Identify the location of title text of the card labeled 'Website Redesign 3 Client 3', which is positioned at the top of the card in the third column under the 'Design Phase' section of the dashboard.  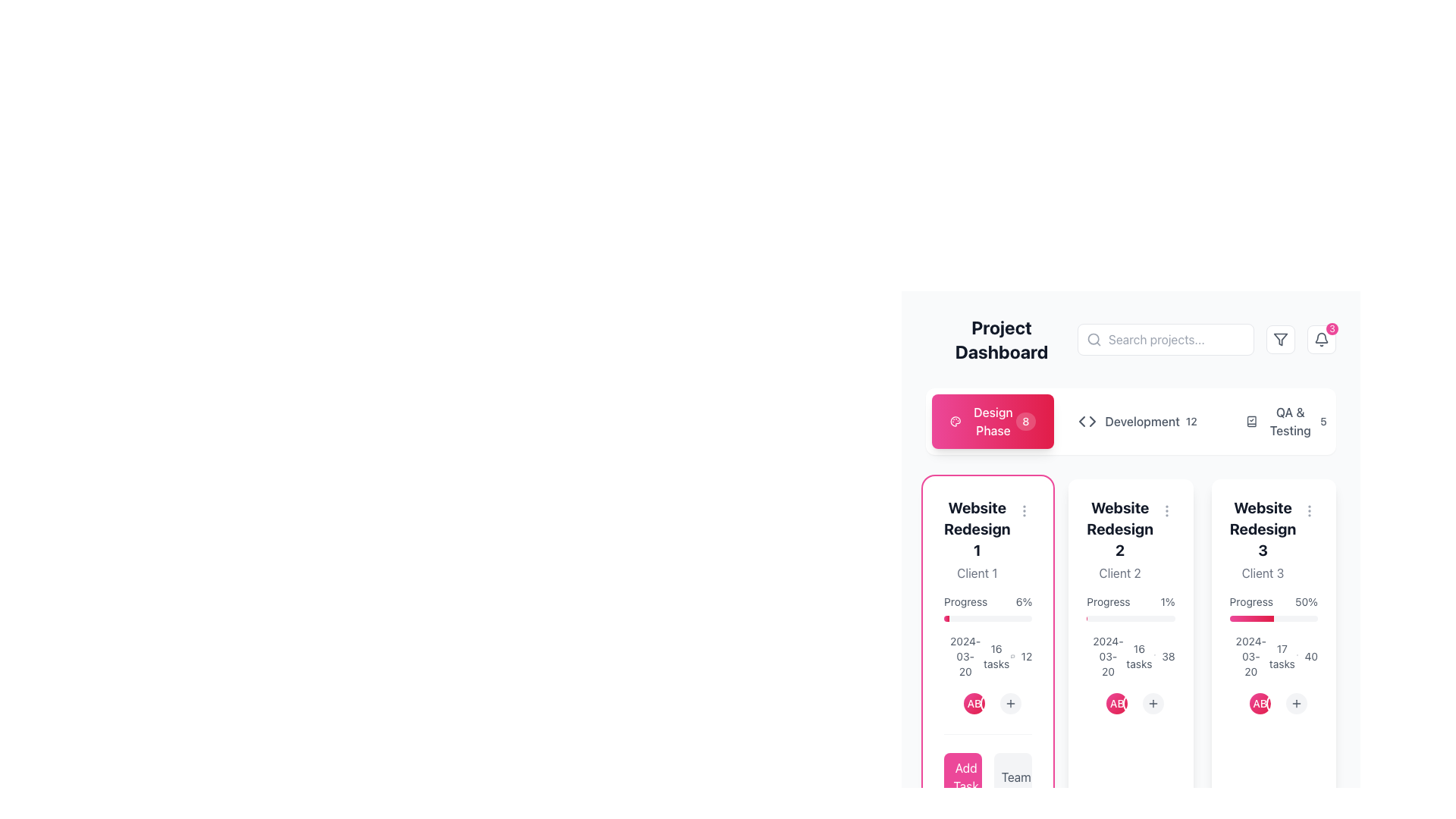
(1263, 529).